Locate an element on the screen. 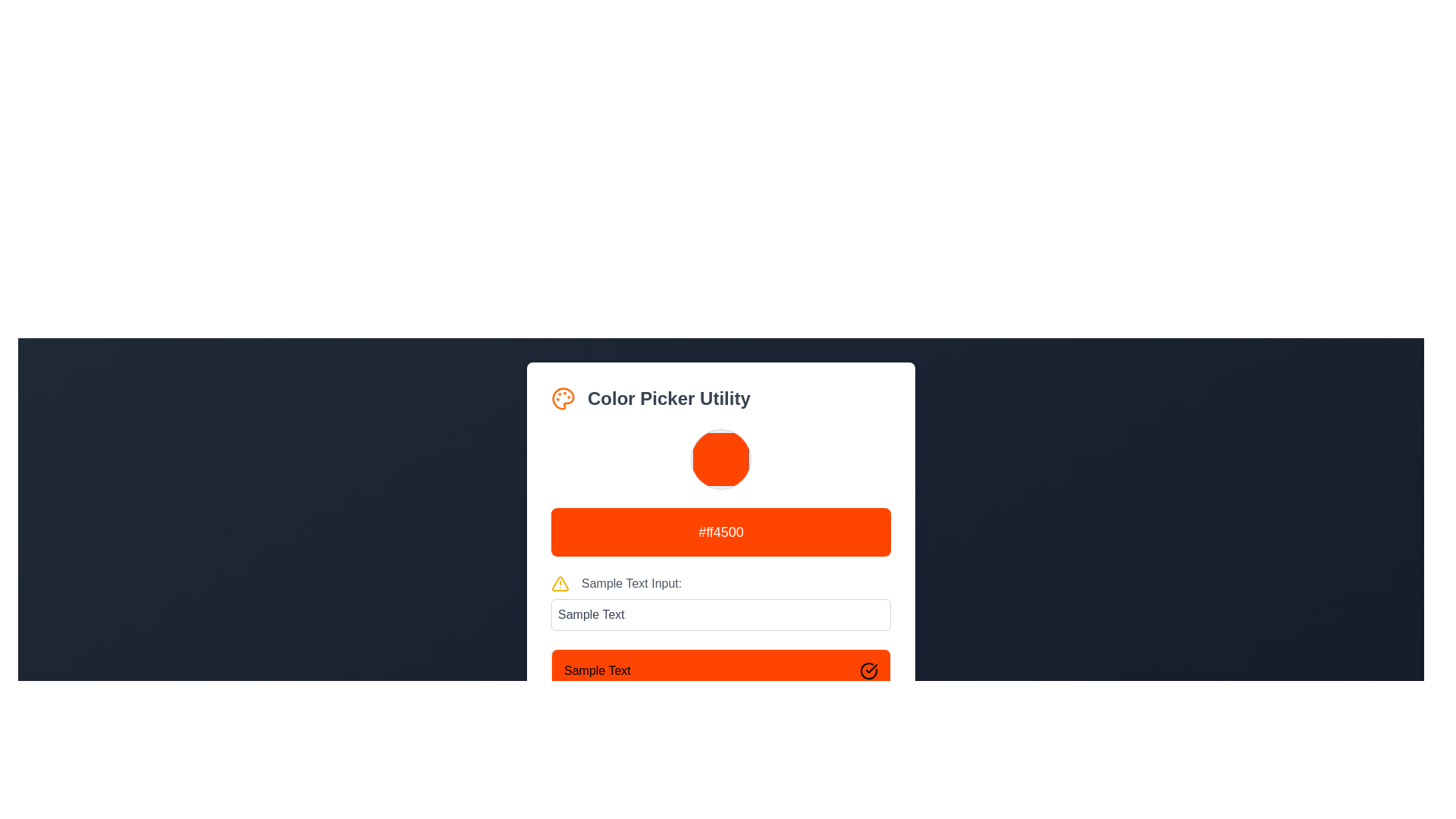 The image size is (1456, 819). the text label that reads 'Sample Text Input:', styled in a gray color, located below the large orange box and to the right of the yellow warning icon is located at coordinates (632, 583).